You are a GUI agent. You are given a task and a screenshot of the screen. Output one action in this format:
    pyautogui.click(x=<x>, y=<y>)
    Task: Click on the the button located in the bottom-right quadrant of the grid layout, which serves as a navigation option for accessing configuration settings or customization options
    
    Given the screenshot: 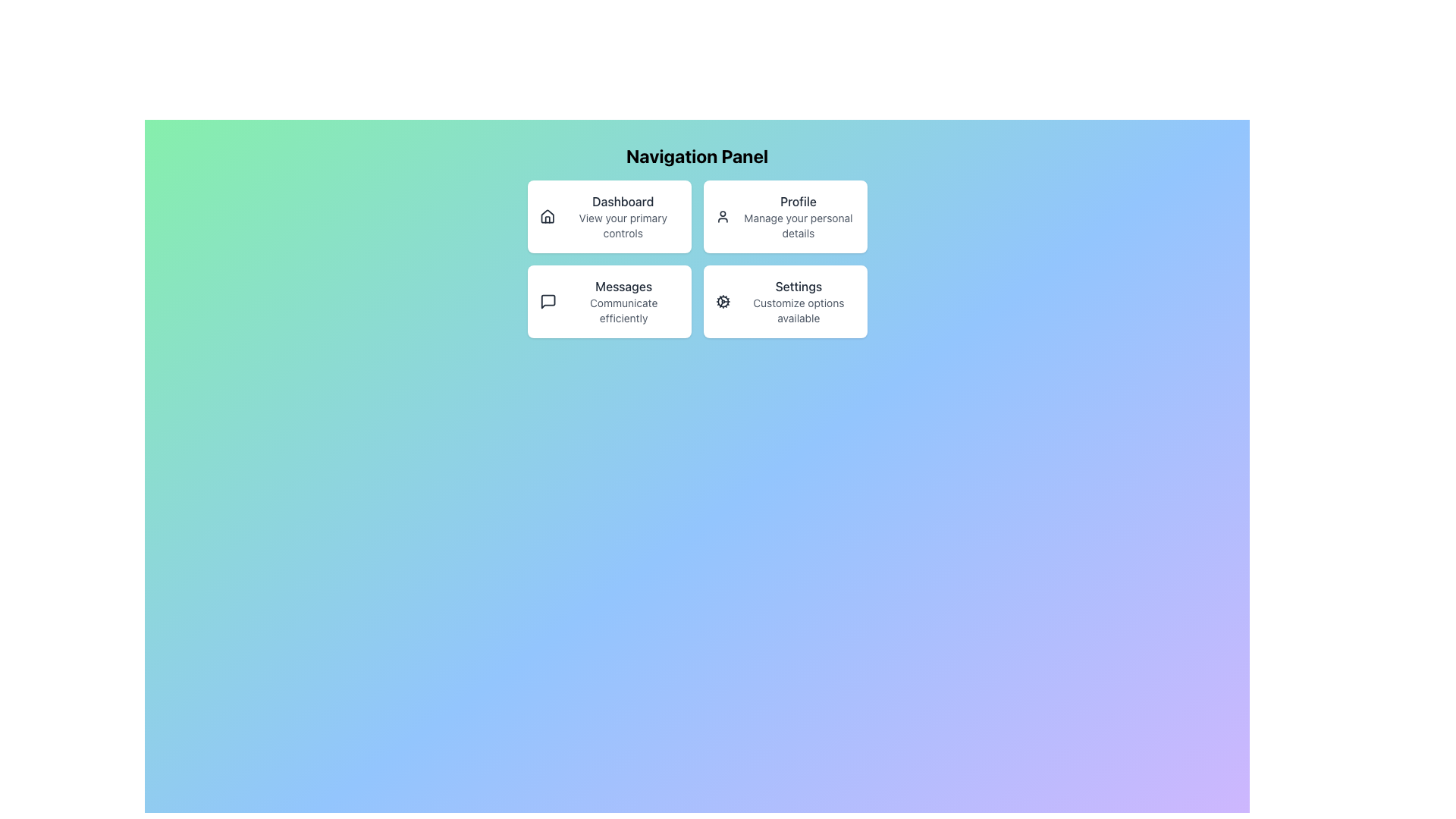 What is the action you would take?
    pyautogui.click(x=785, y=301)
    